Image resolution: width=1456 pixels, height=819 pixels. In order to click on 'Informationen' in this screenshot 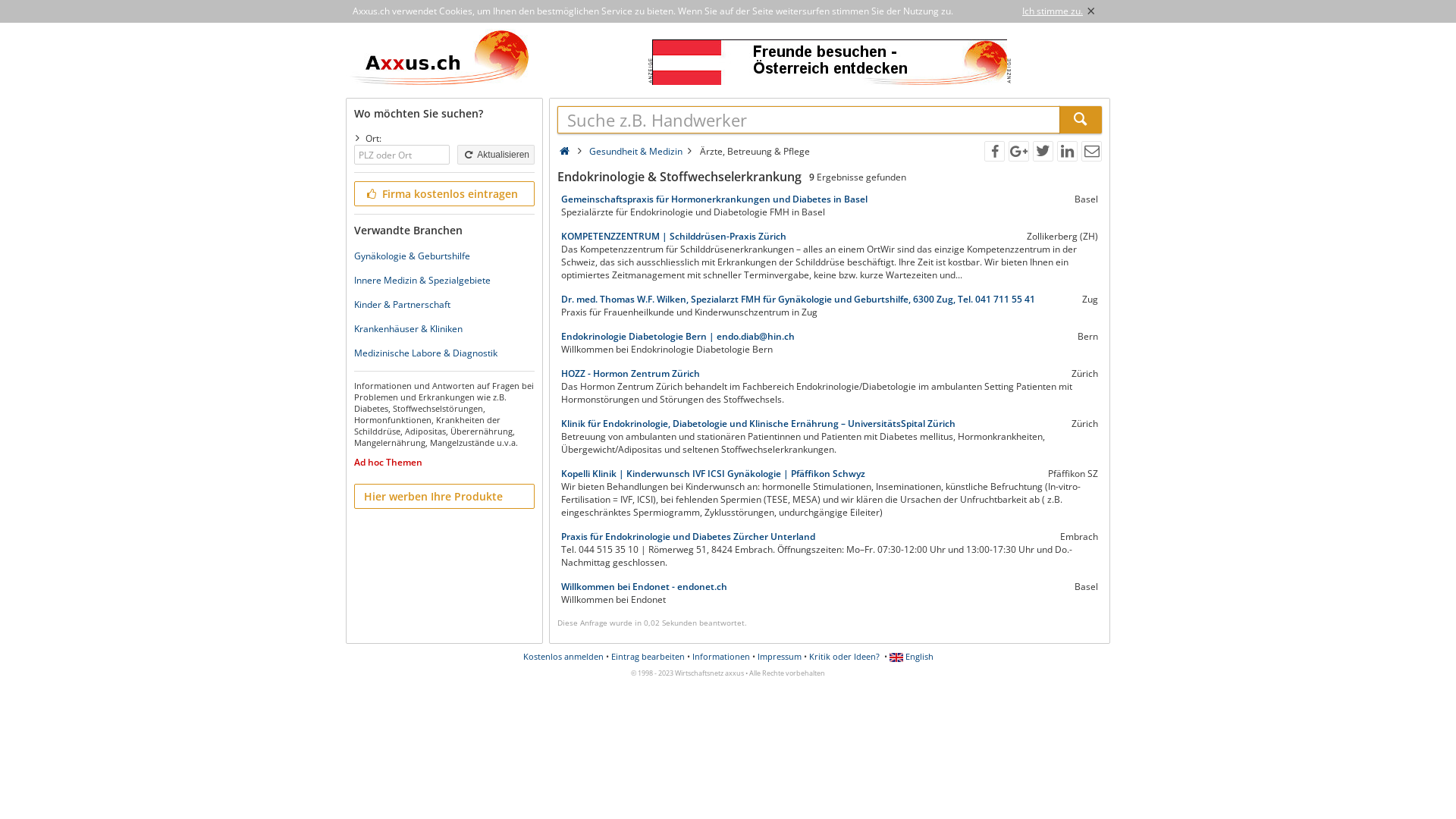, I will do `click(720, 655)`.